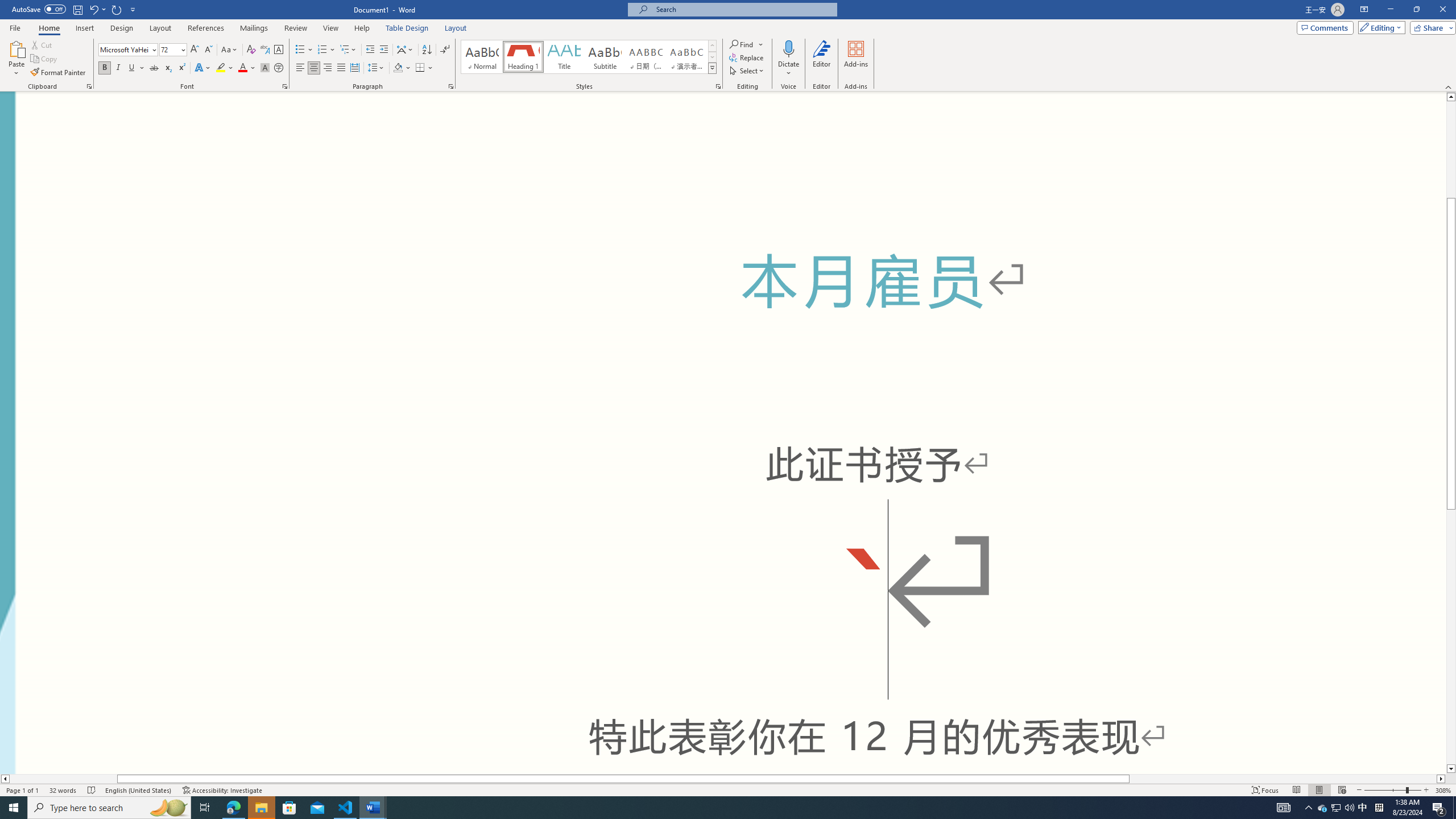 The image size is (1456, 819). I want to click on 'Line down', so click(1451, 768).